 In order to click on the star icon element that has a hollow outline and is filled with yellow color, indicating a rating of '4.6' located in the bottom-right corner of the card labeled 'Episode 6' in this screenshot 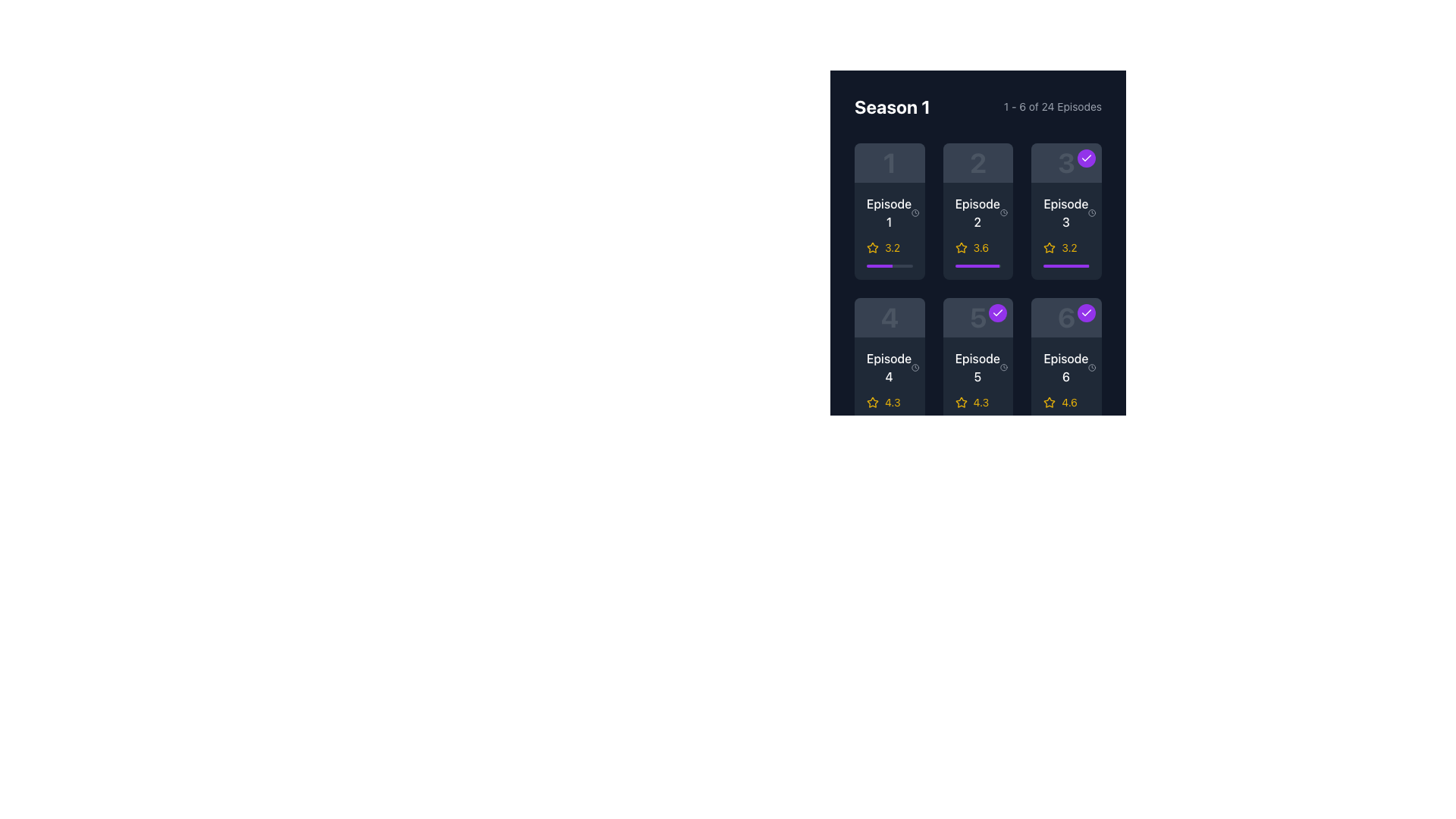, I will do `click(1049, 402)`.